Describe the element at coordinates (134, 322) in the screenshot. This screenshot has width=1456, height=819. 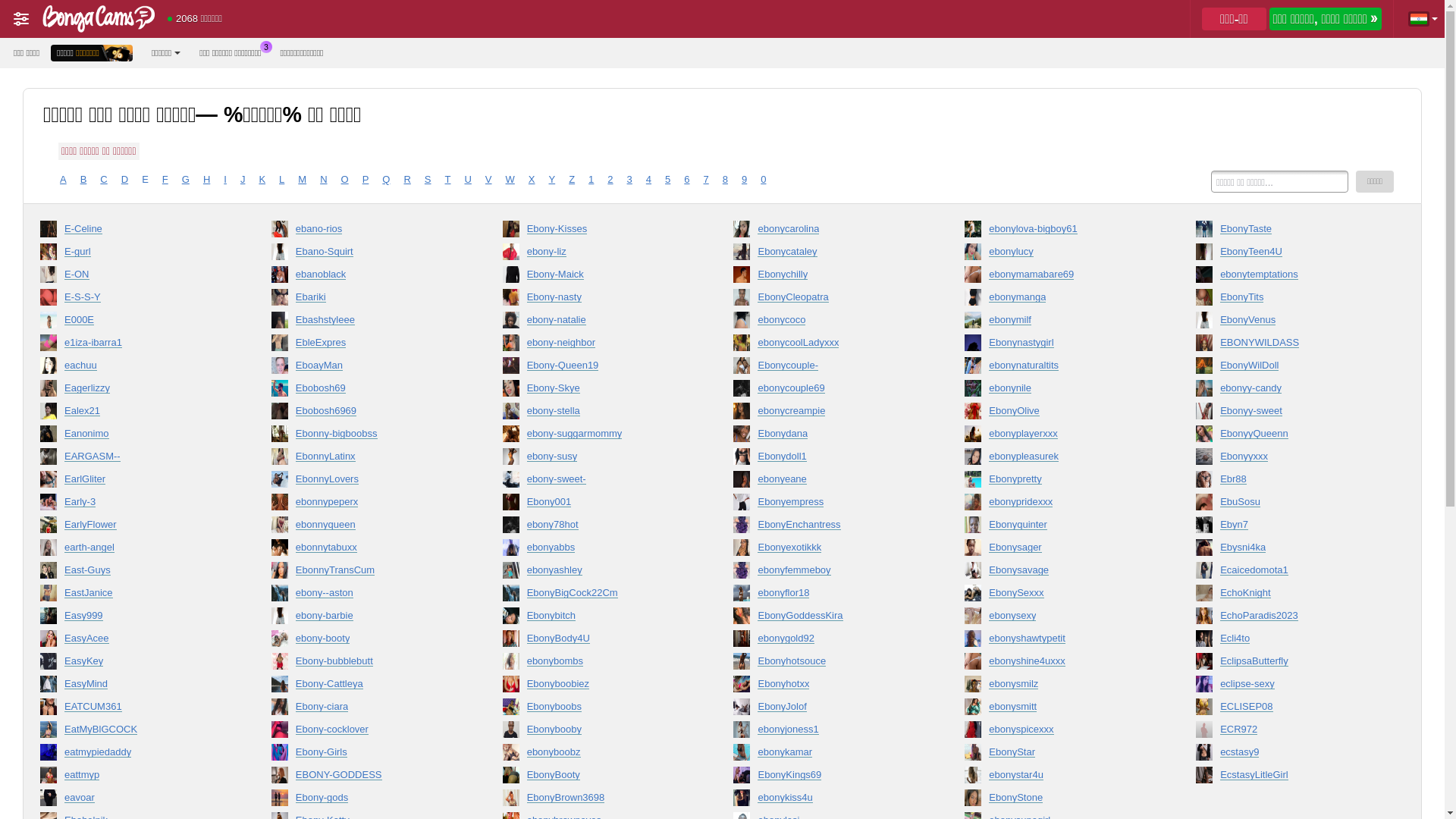
I see `'E000E'` at that location.